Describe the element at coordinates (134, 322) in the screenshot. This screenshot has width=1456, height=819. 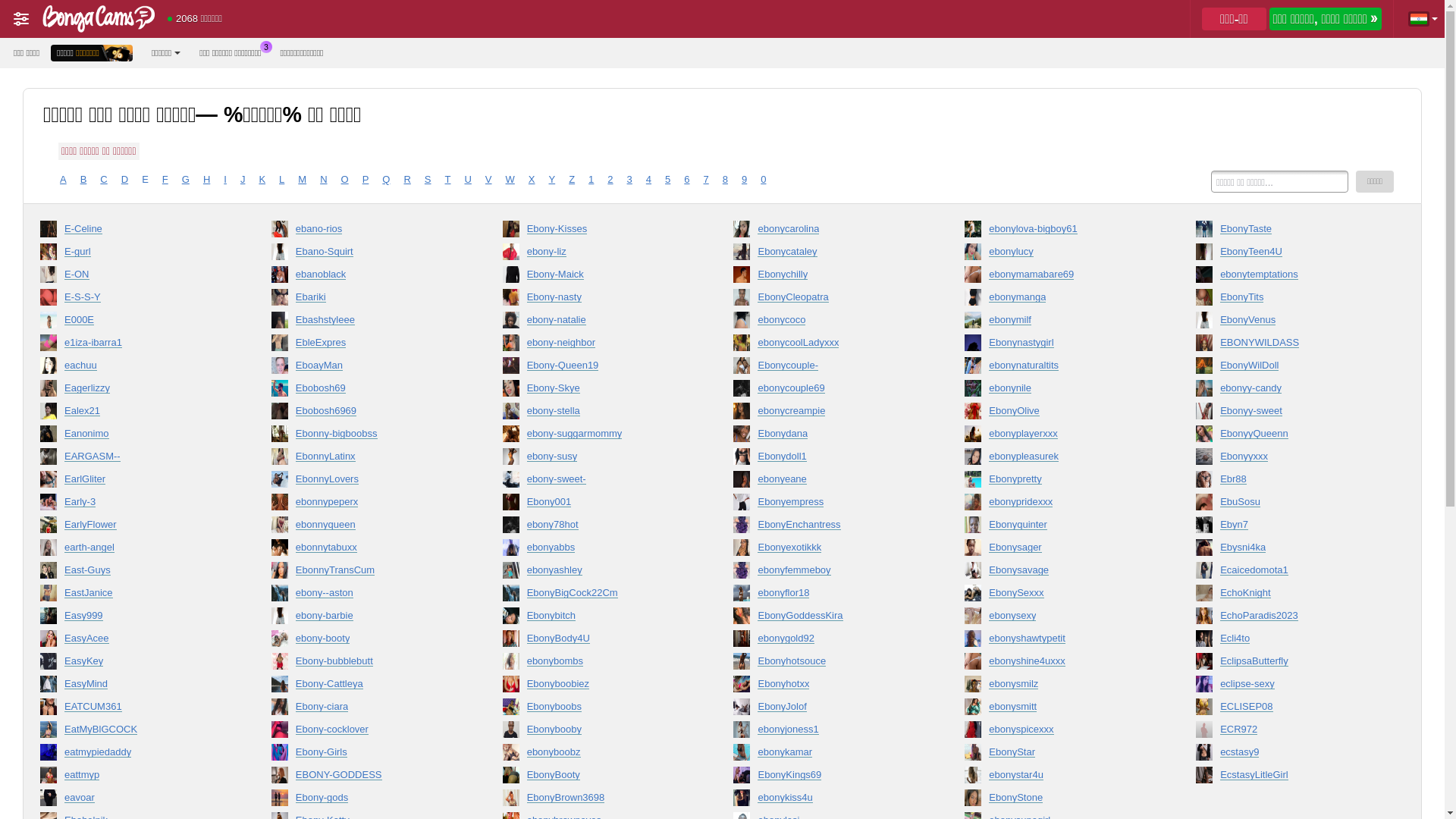
I see `'E000E'` at that location.